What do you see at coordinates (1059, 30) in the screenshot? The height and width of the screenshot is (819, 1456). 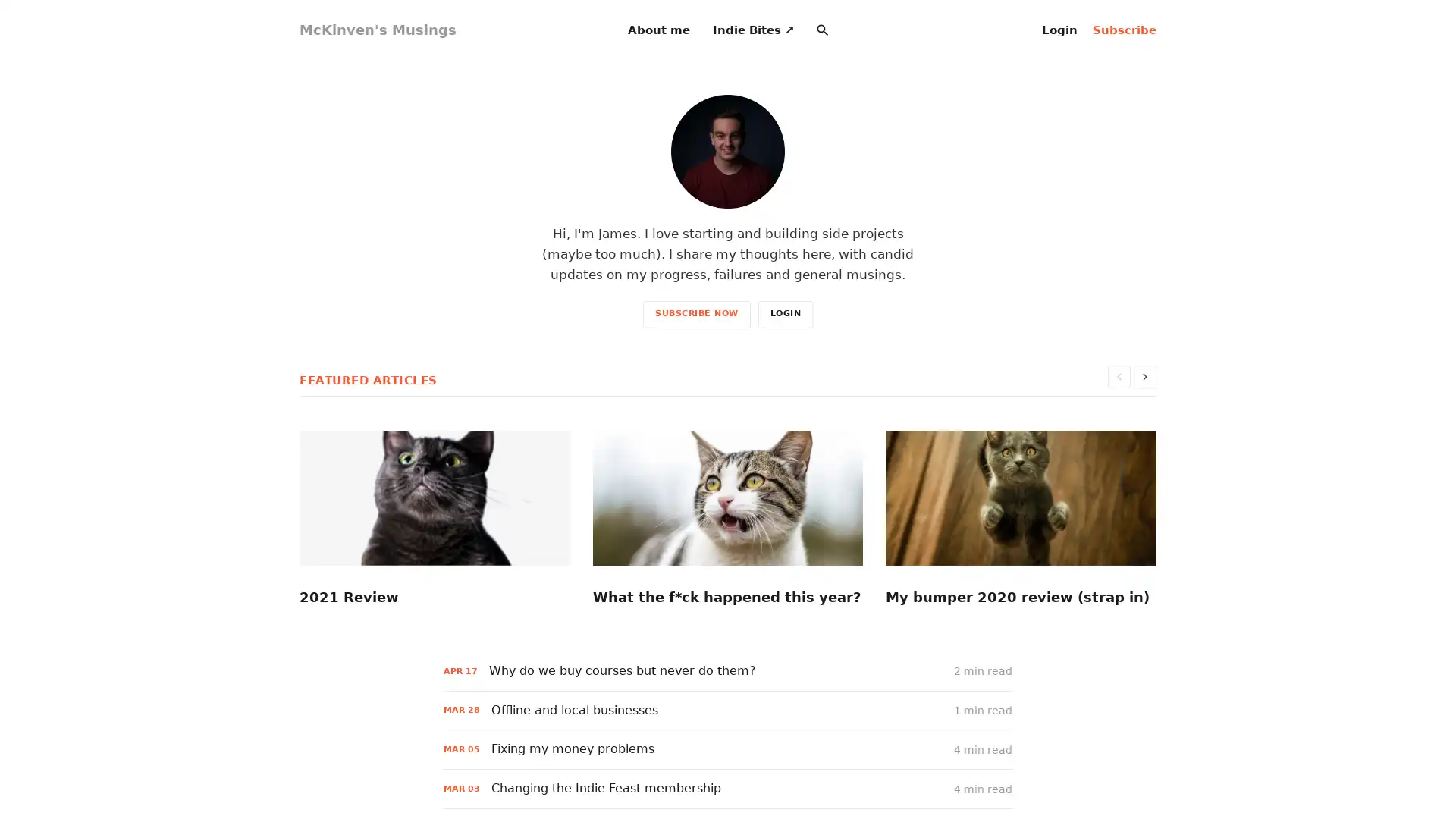 I see `Login` at bounding box center [1059, 30].